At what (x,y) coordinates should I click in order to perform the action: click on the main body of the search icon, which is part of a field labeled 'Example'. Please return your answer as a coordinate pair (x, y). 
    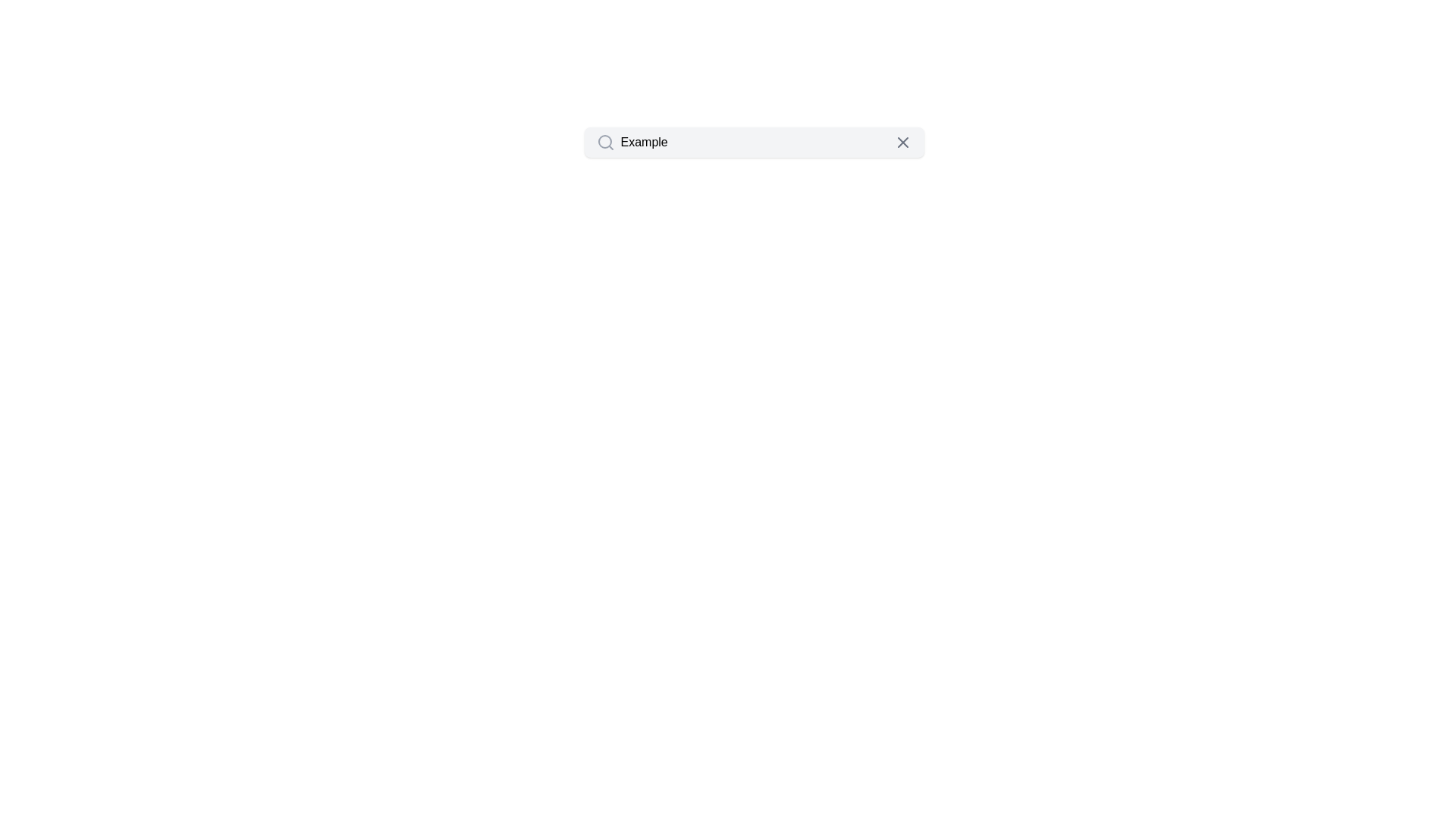
    Looking at the image, I should click on (604, 141).